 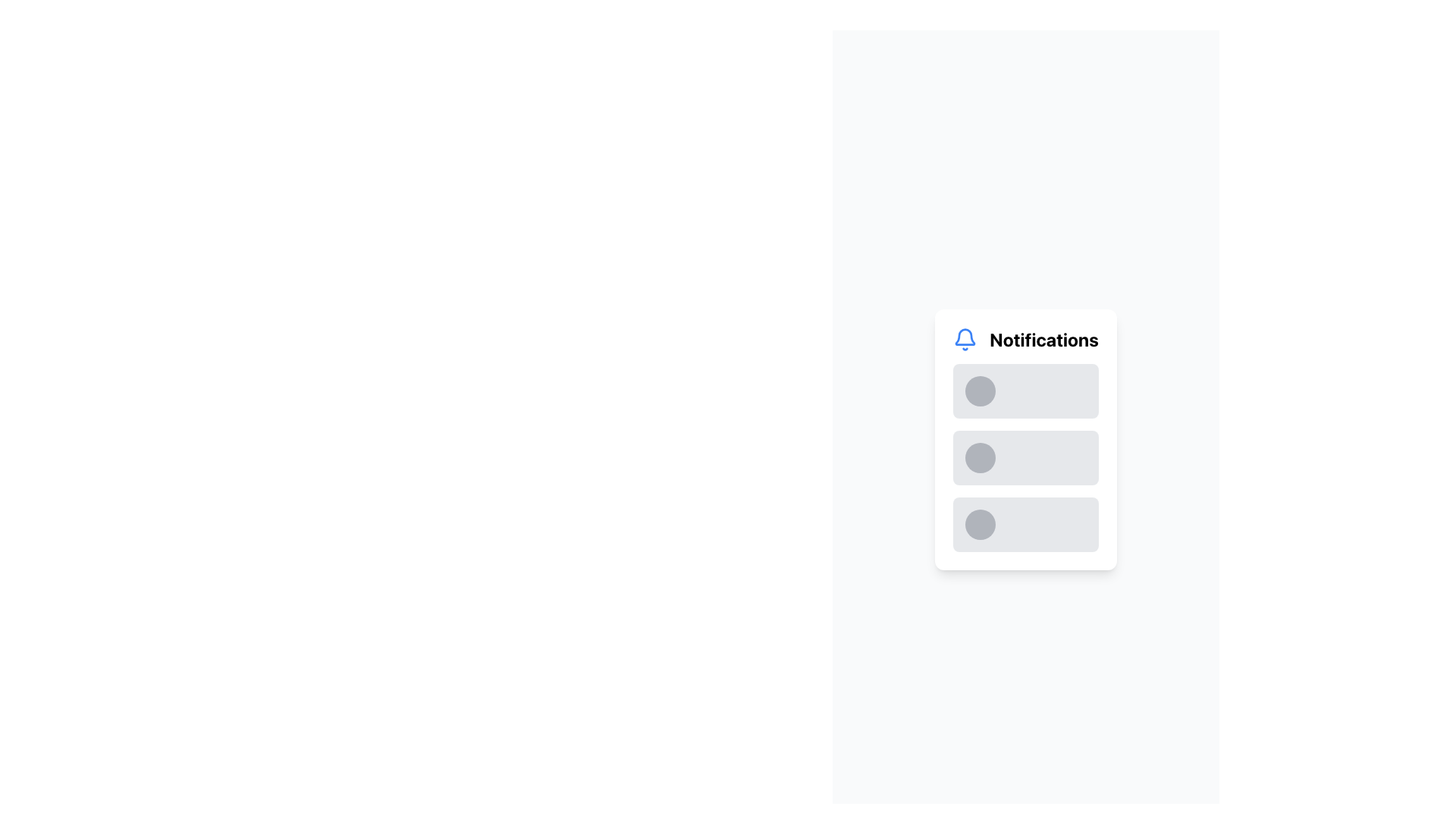 What do you see at coordinates (1026, 523) in the screenshot?
I see `the third item in the vertically stacked list of notification entries, which serves as a visual placeholder for a notification entry` at bounding box center [1026, 523].